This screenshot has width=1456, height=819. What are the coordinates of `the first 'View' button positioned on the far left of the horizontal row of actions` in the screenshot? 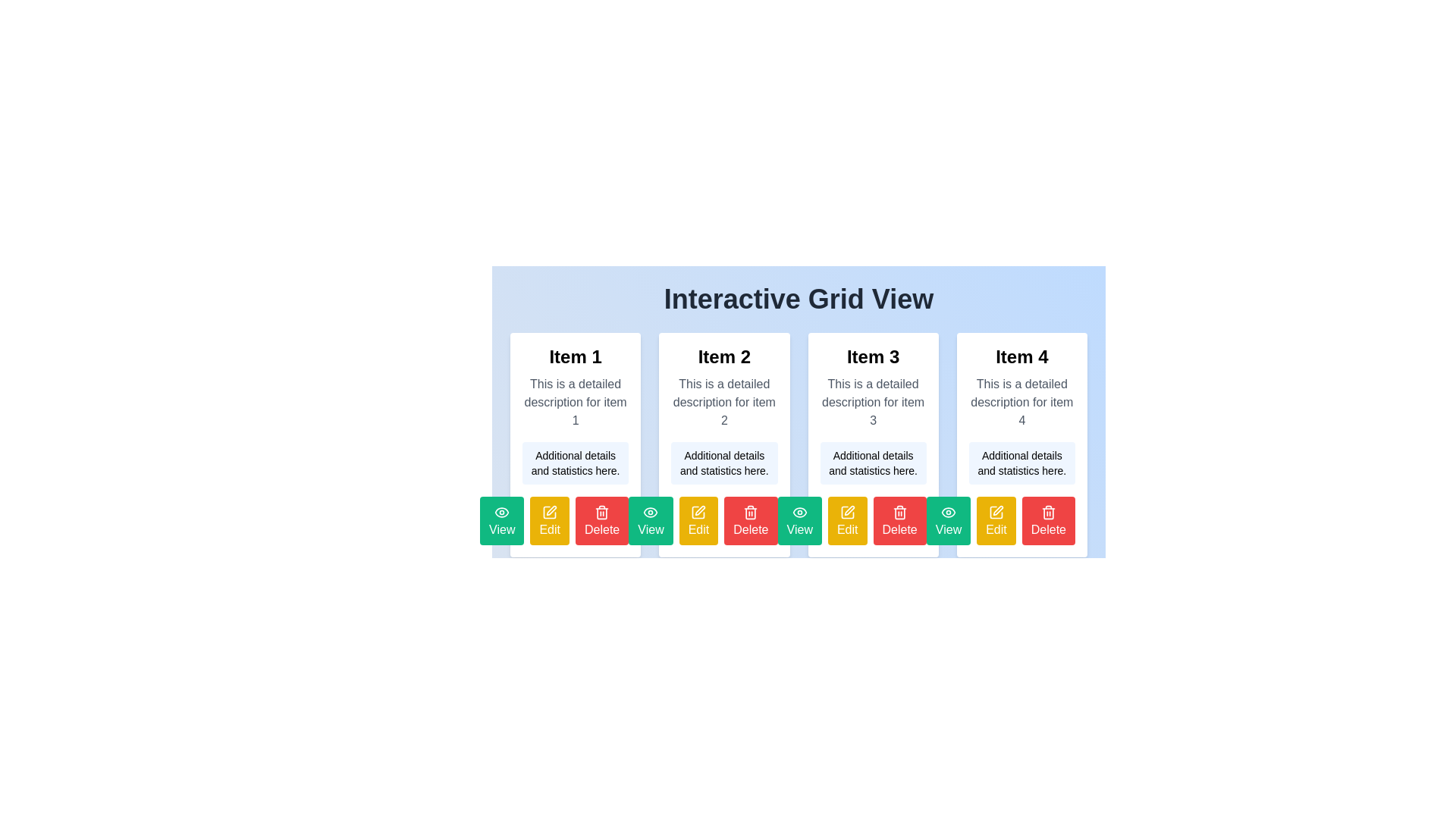 It's located at (502, 763).